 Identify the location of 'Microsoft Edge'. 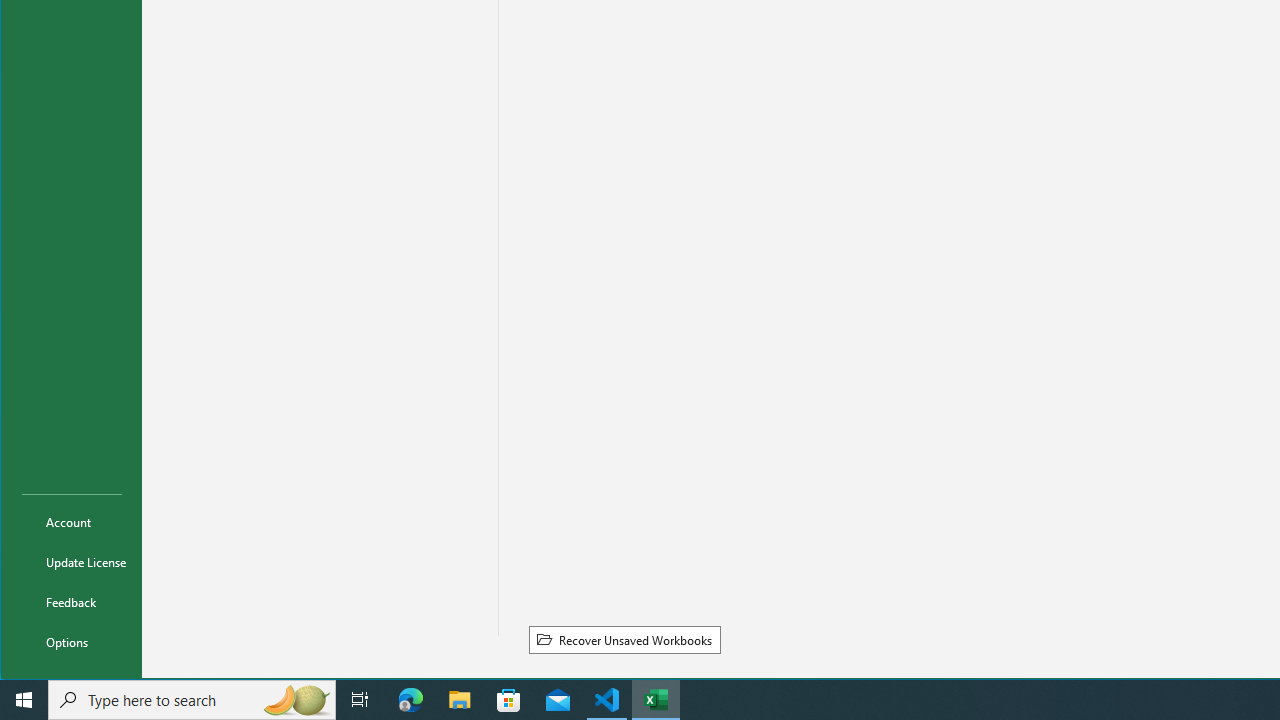
(410, 698).